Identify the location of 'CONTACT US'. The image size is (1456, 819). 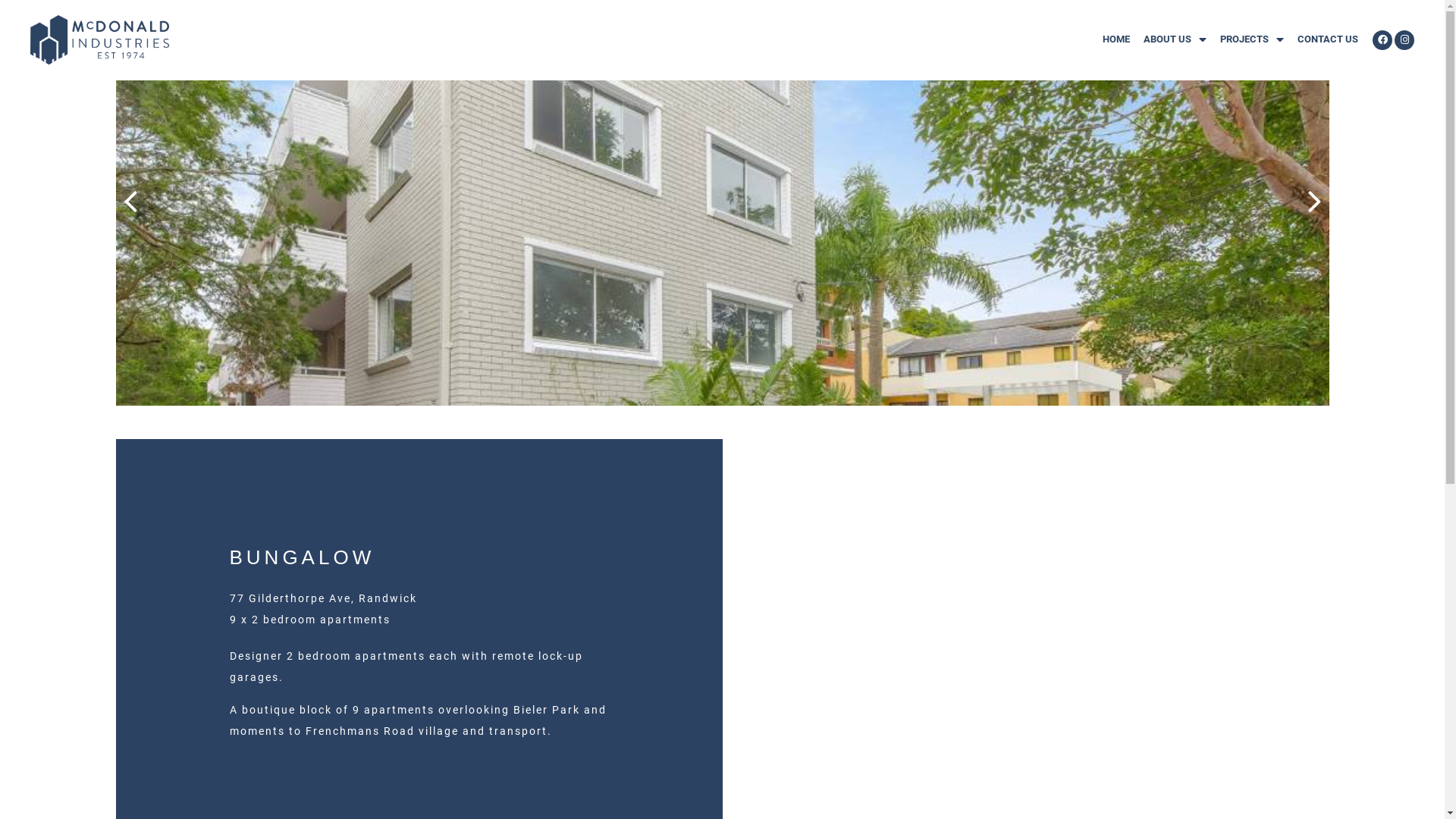
(1290, 39).